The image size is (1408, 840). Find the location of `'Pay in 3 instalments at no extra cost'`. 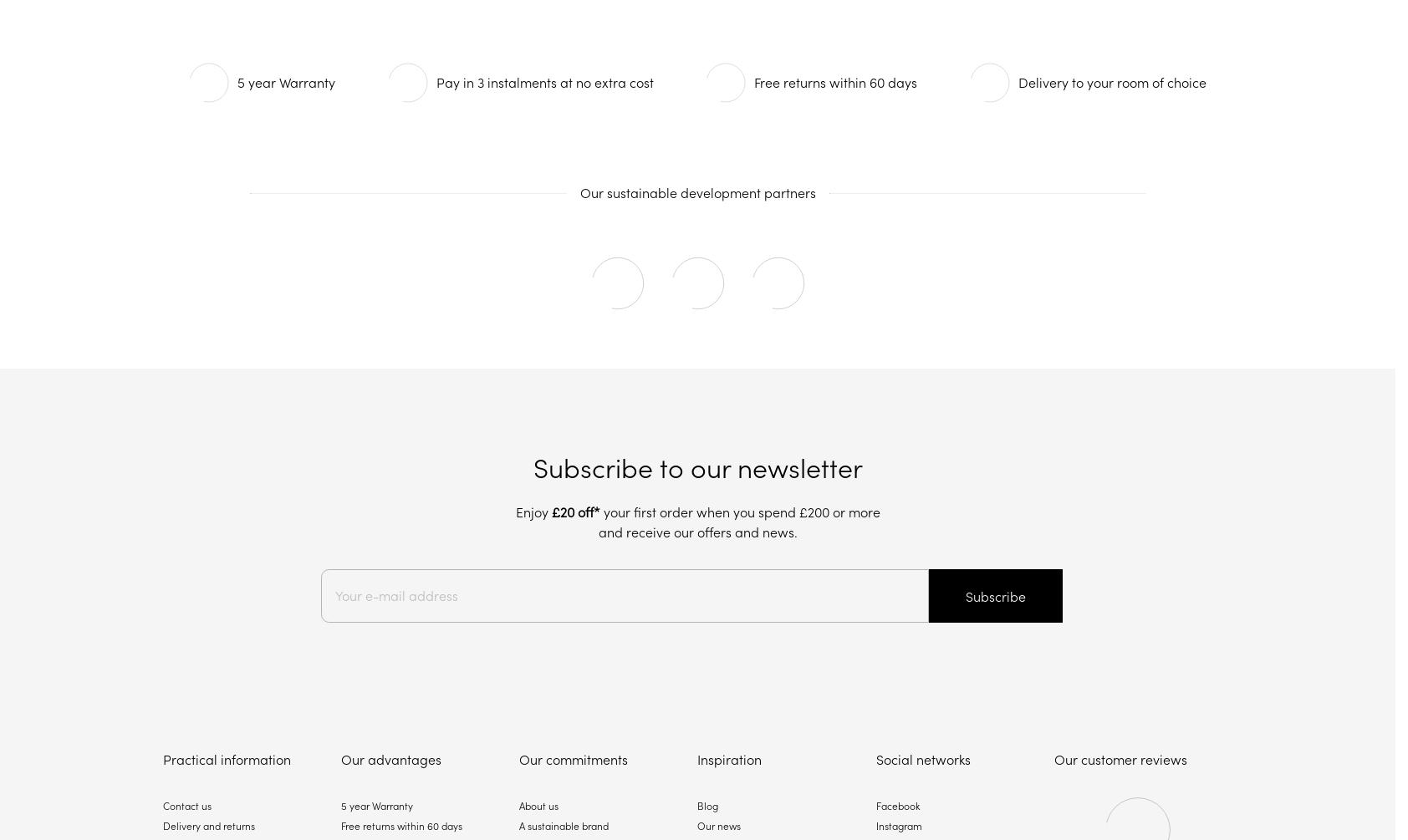

'Pay in 3 instalments at no extra cost' is located at coordinates (544, 82).